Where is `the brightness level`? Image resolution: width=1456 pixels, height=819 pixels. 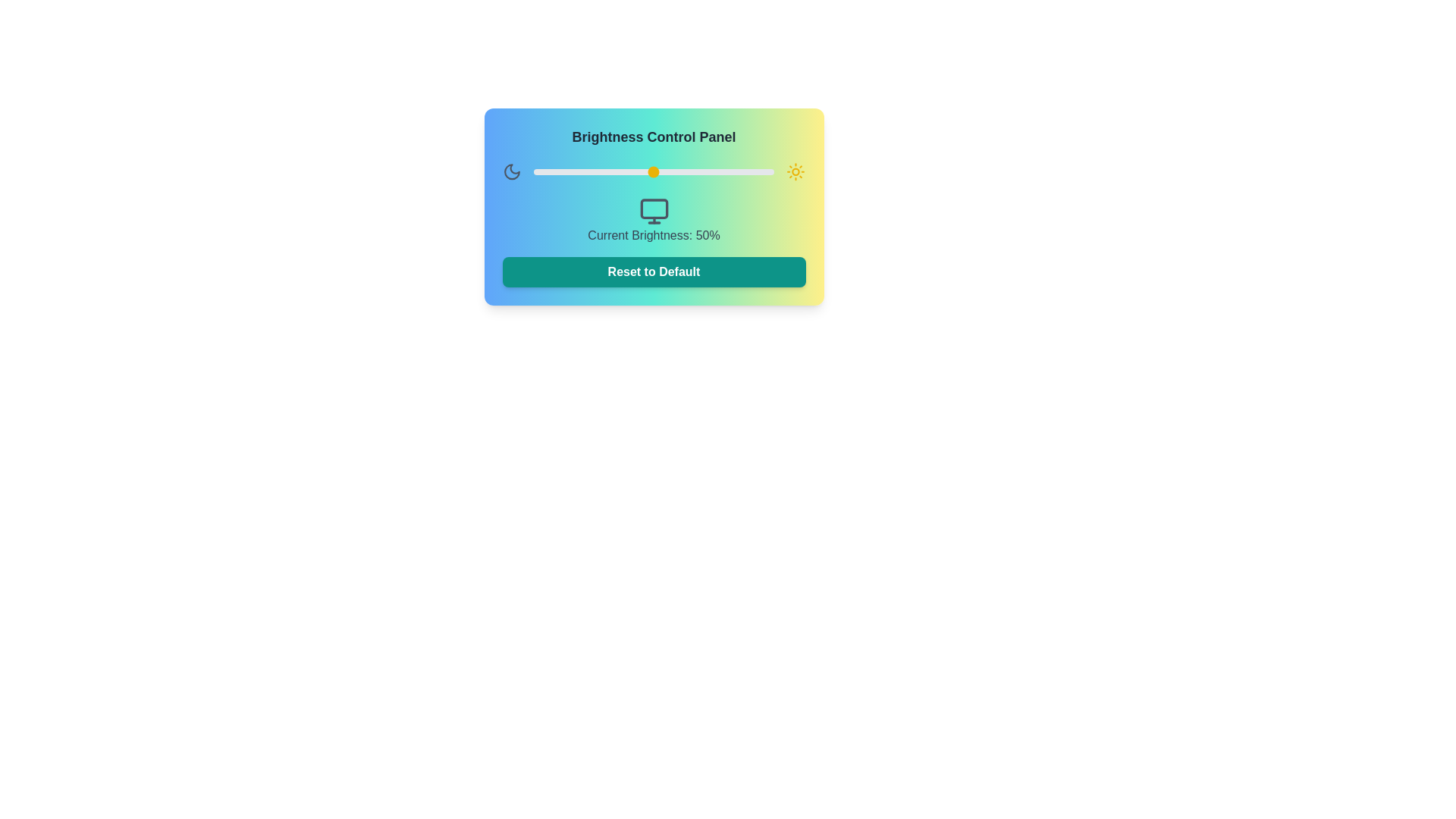
the brightness level is located at coordinates (664, 171).